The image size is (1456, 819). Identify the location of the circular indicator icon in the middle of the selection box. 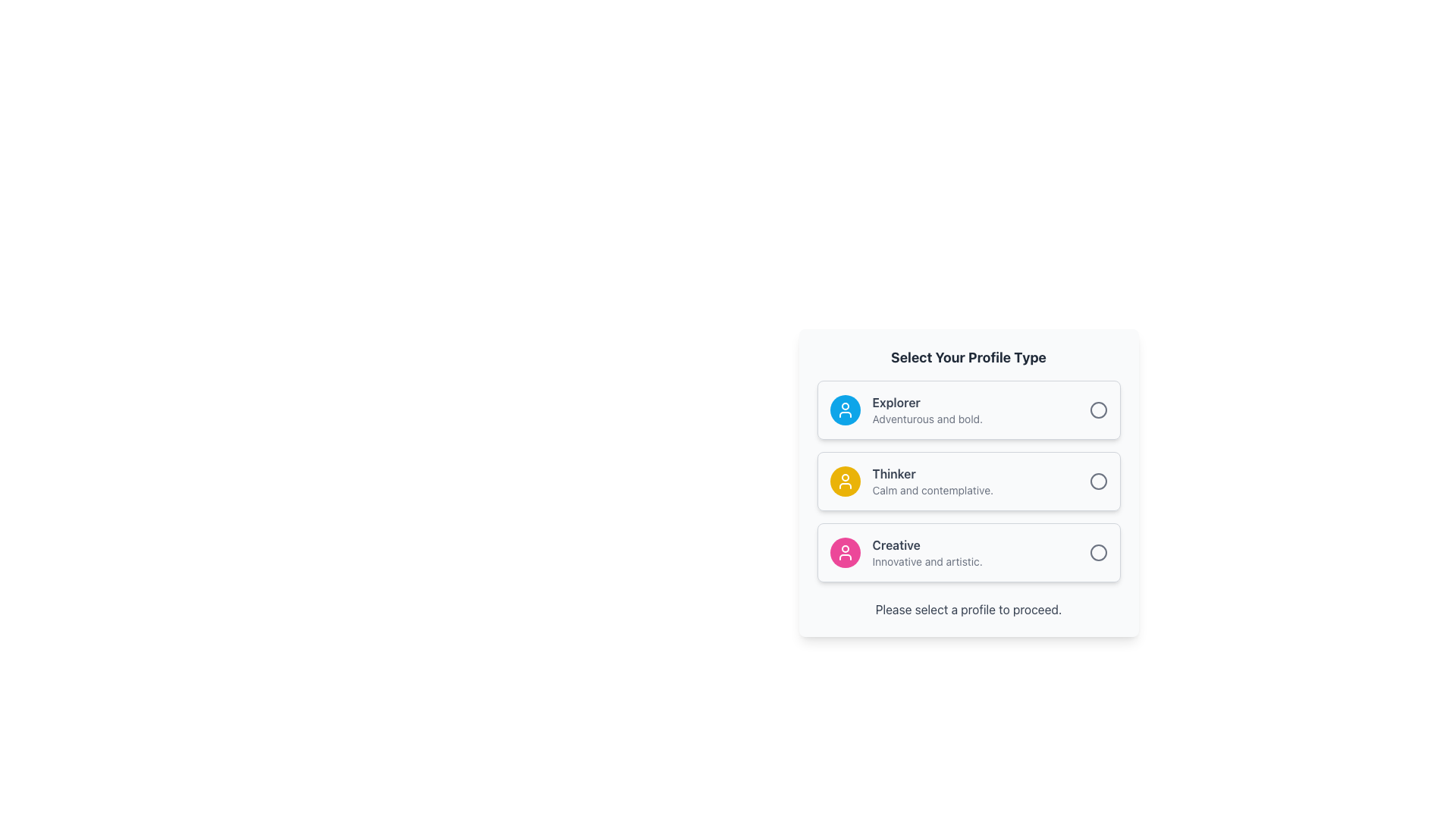
(1098, 482).